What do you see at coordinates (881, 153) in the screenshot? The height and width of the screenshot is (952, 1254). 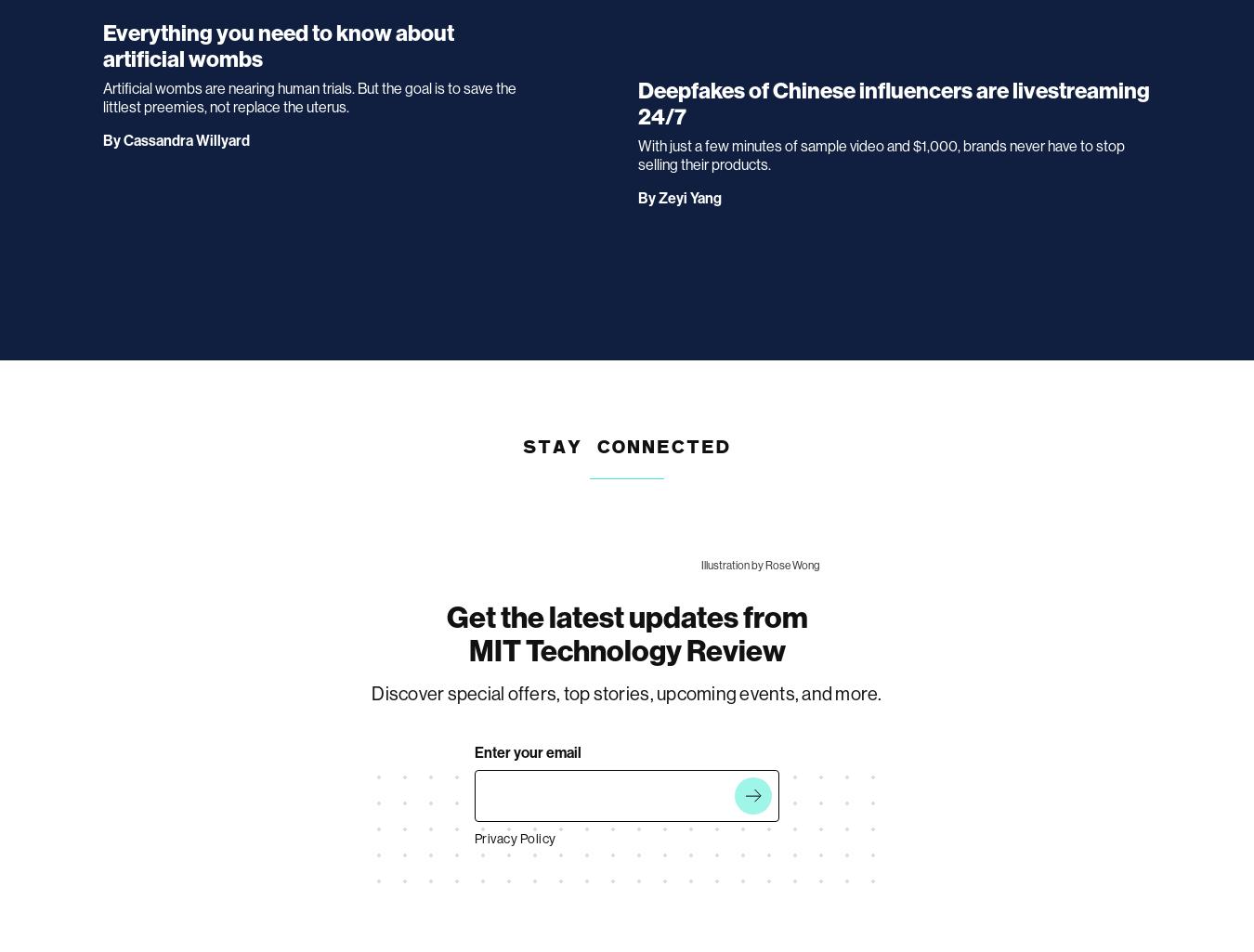 I see `'With just a few minutes of sample video and $1,000, brands never have to stop selling their products.'` at bounding box center [881, 153].